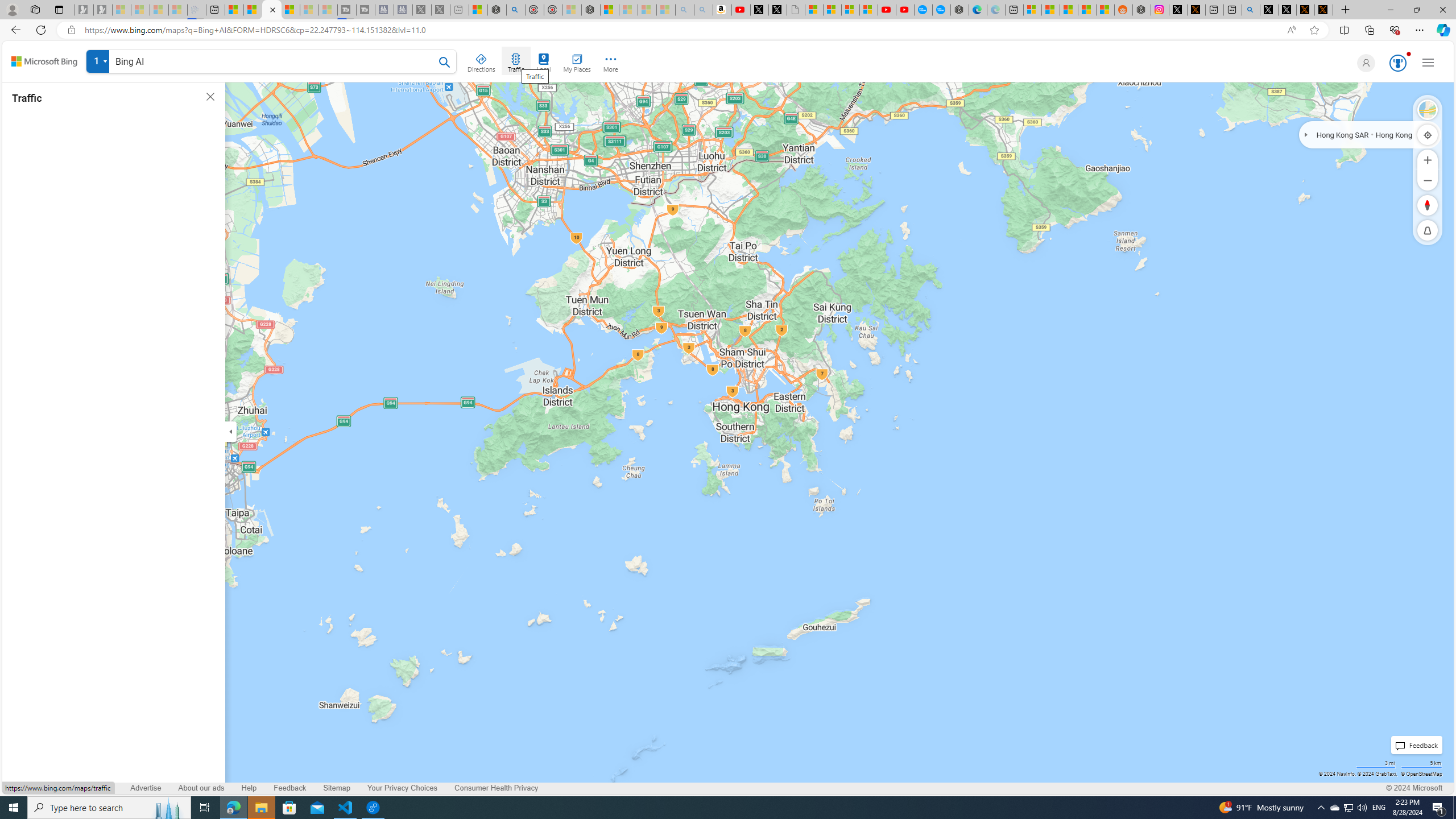 This screenshot has width=1456, height=819. What do you see at coordinates (576, 61) in the screenshot?
I see `'My Places'` at bounding box center [576, 61].